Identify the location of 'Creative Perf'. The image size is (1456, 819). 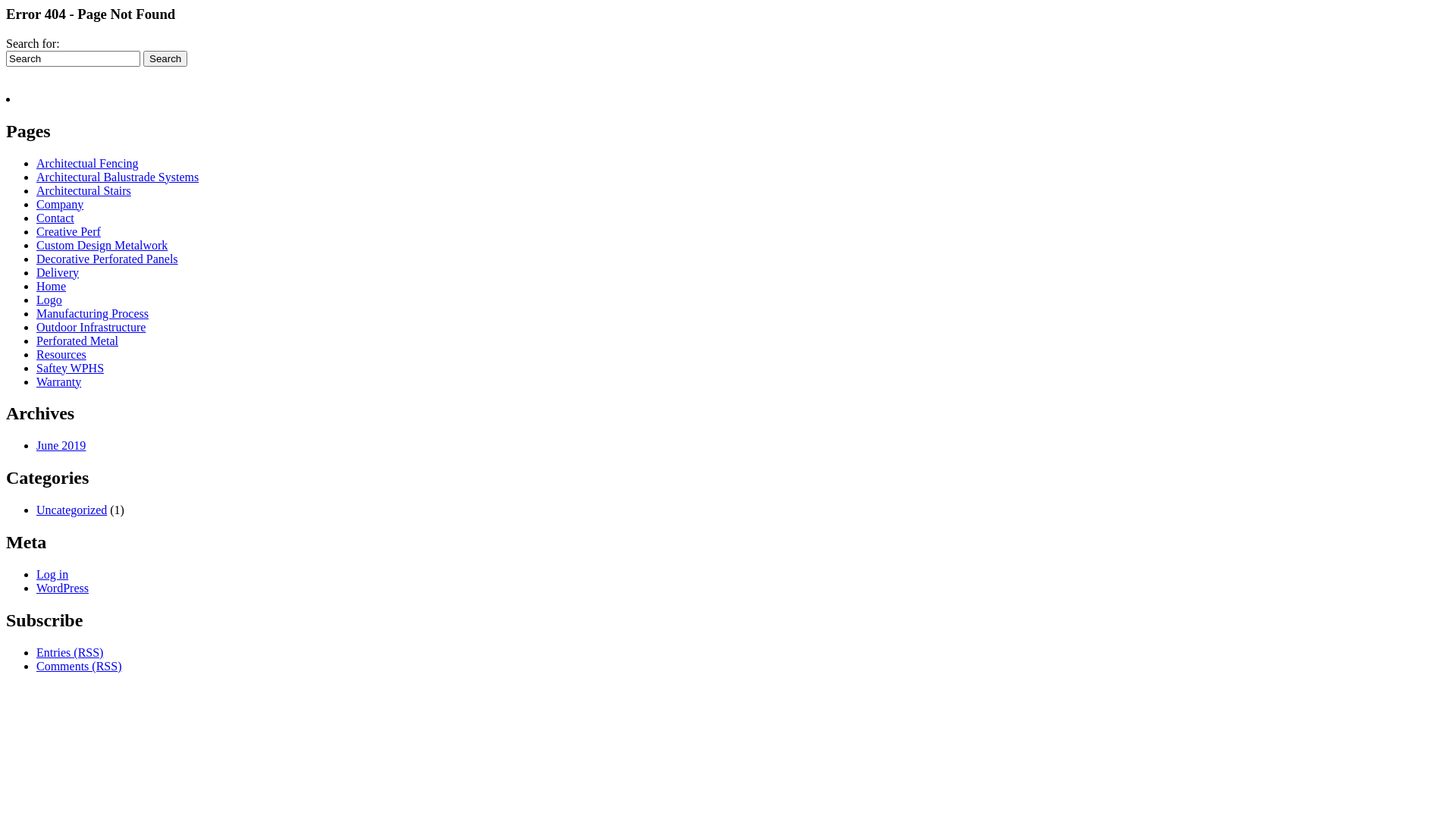
(67, 231).